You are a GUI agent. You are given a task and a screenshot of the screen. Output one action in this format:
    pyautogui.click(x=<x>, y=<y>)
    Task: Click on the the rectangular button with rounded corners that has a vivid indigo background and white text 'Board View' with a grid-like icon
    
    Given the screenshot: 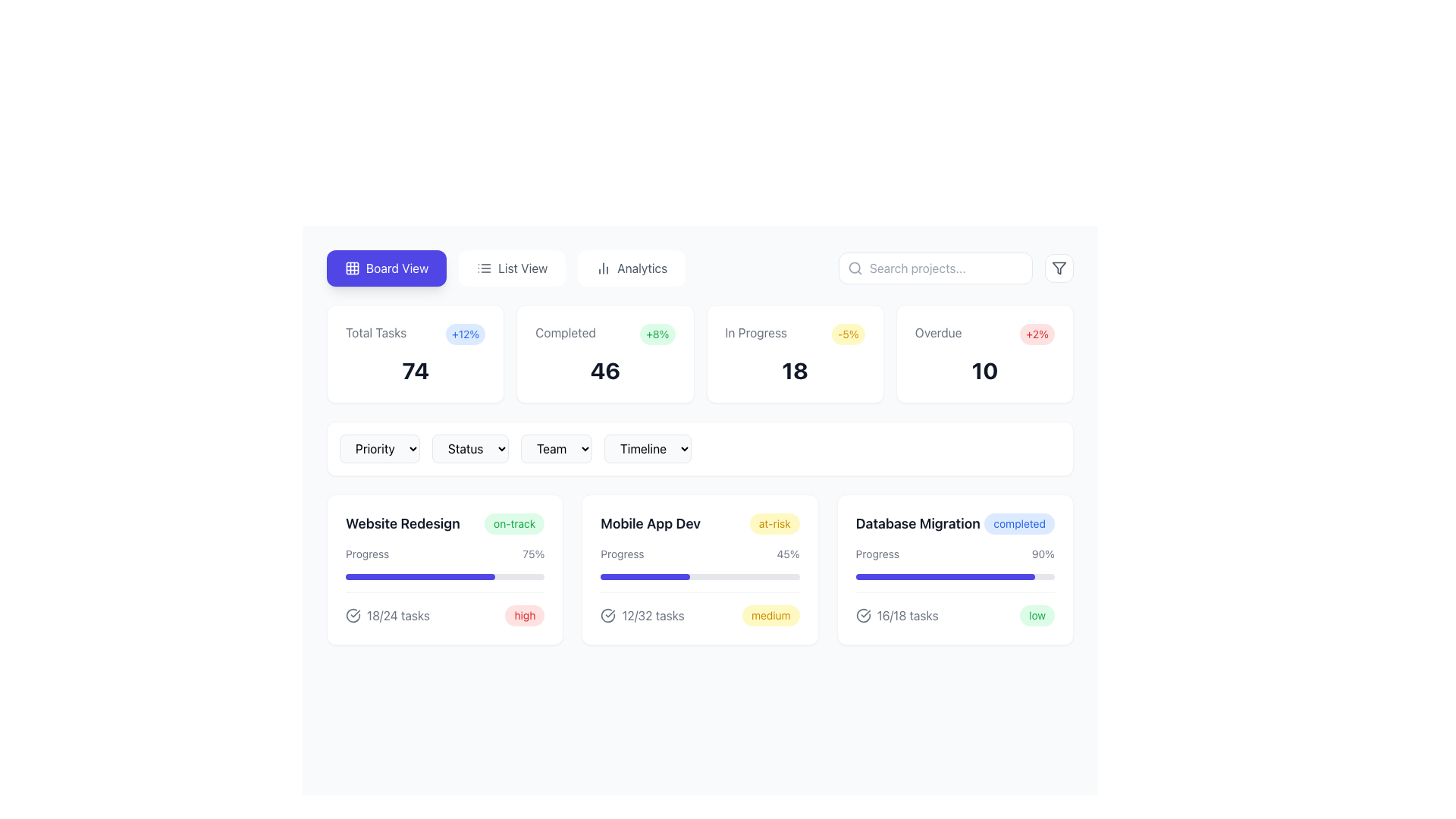 What is the action you would take?
    pyautogui.click(x=387, y=268)
    